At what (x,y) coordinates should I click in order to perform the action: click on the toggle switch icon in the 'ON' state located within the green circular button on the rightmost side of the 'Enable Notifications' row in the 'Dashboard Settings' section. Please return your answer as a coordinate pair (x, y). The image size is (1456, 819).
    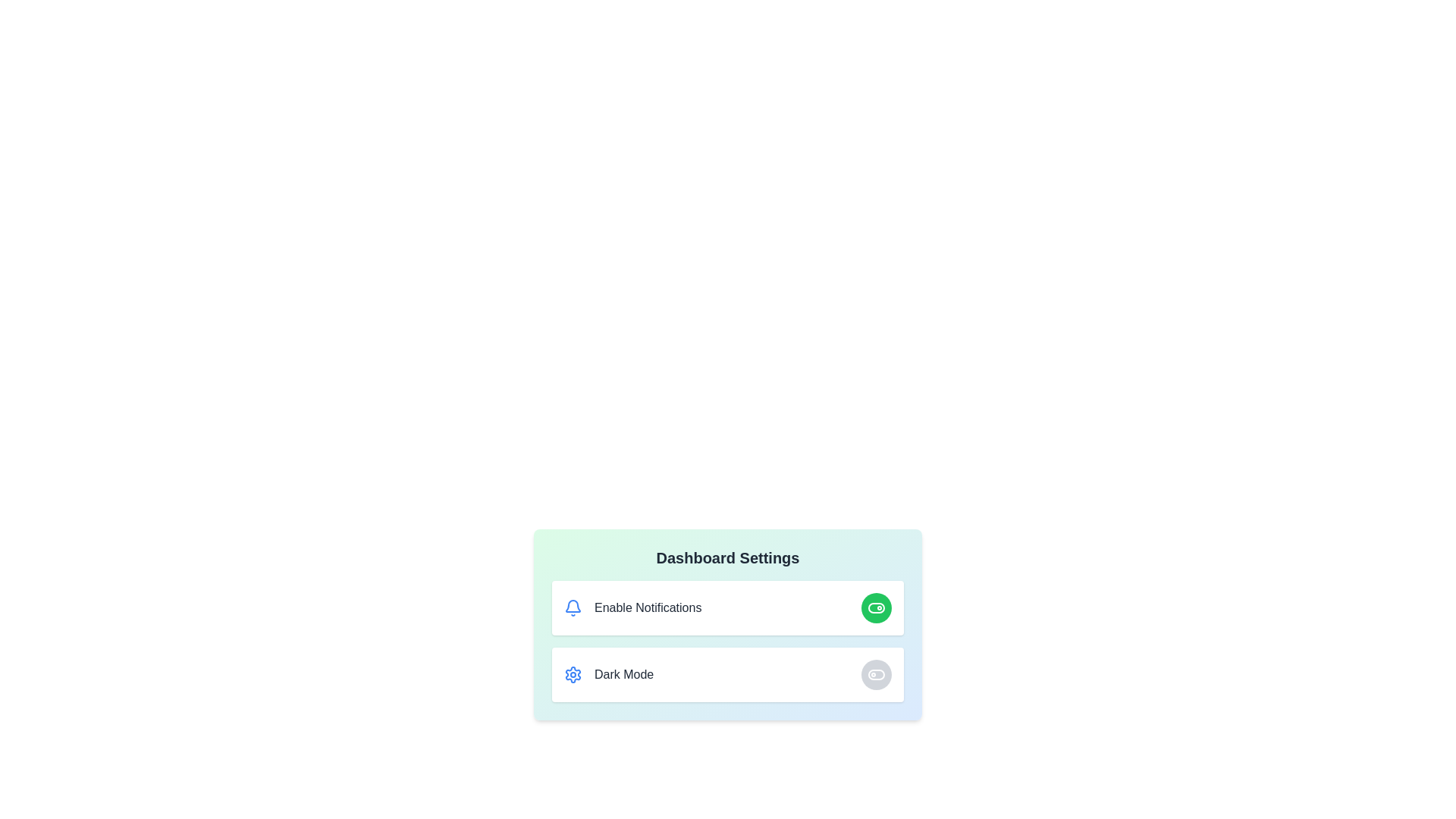
    Looking at the image, I should click on (877, 607).